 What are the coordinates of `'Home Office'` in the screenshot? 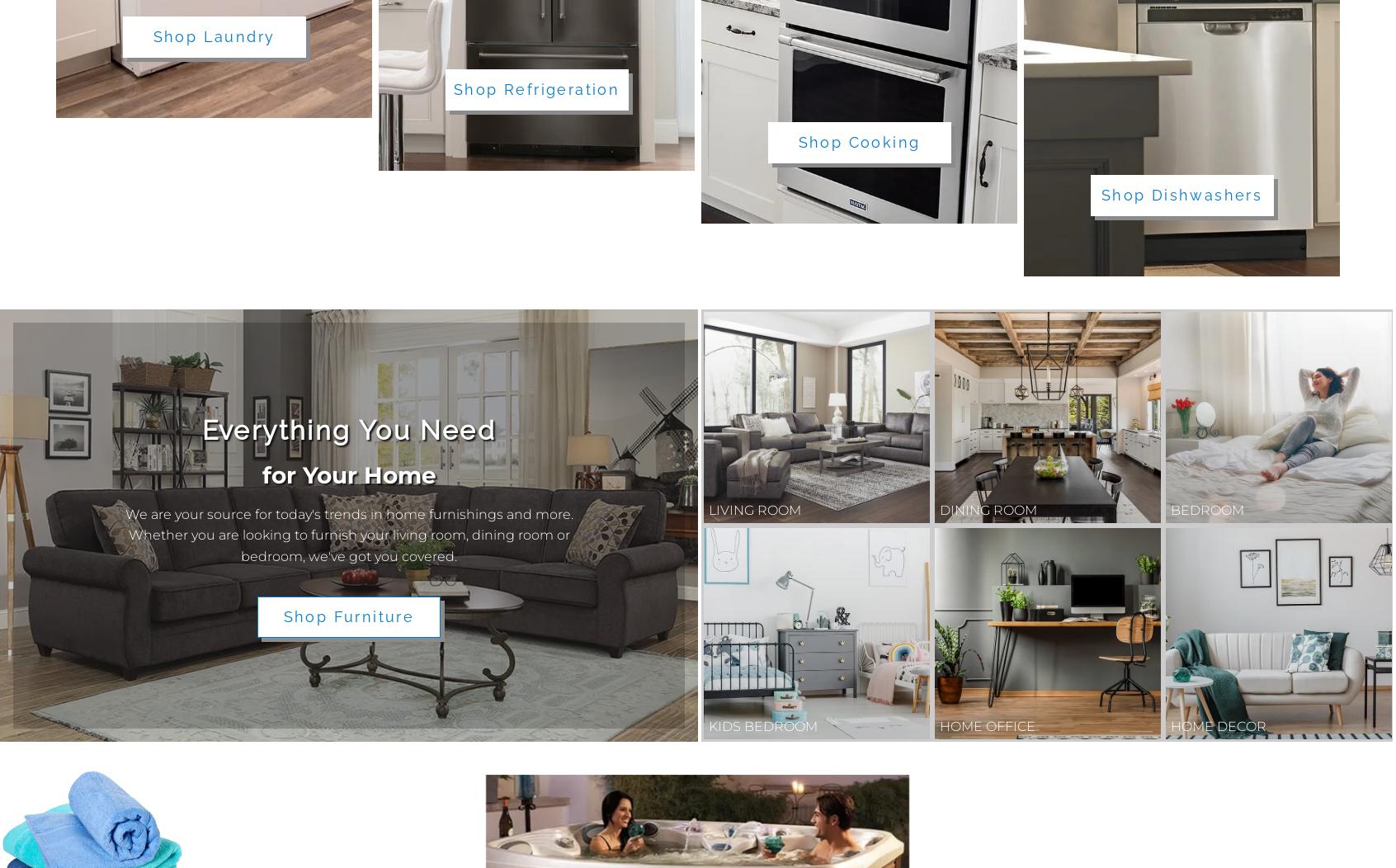 It's located at (986, 725).